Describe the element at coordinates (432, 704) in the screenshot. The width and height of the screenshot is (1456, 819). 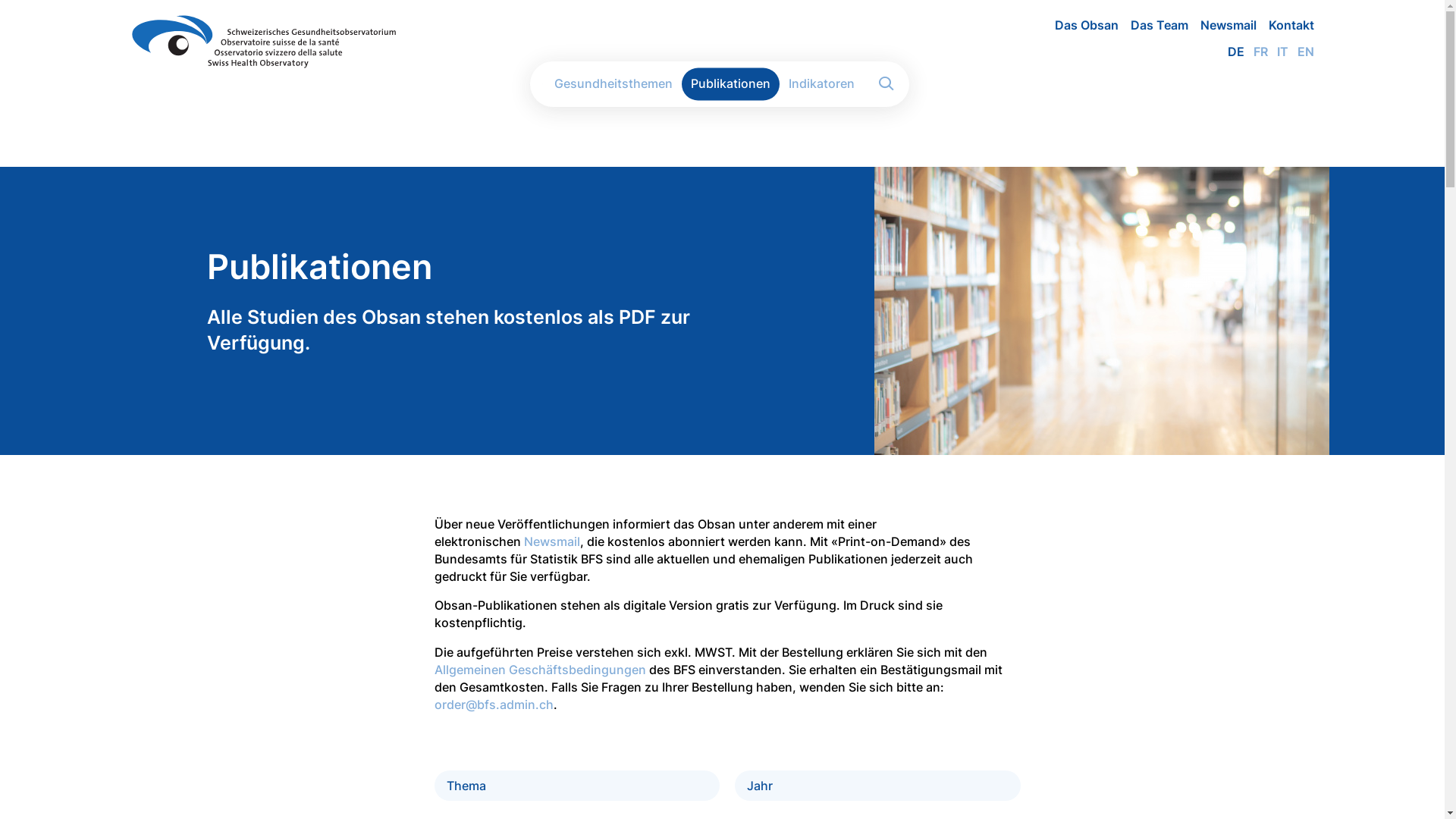
I see `'order@bfs.admin.ch'` at that location.